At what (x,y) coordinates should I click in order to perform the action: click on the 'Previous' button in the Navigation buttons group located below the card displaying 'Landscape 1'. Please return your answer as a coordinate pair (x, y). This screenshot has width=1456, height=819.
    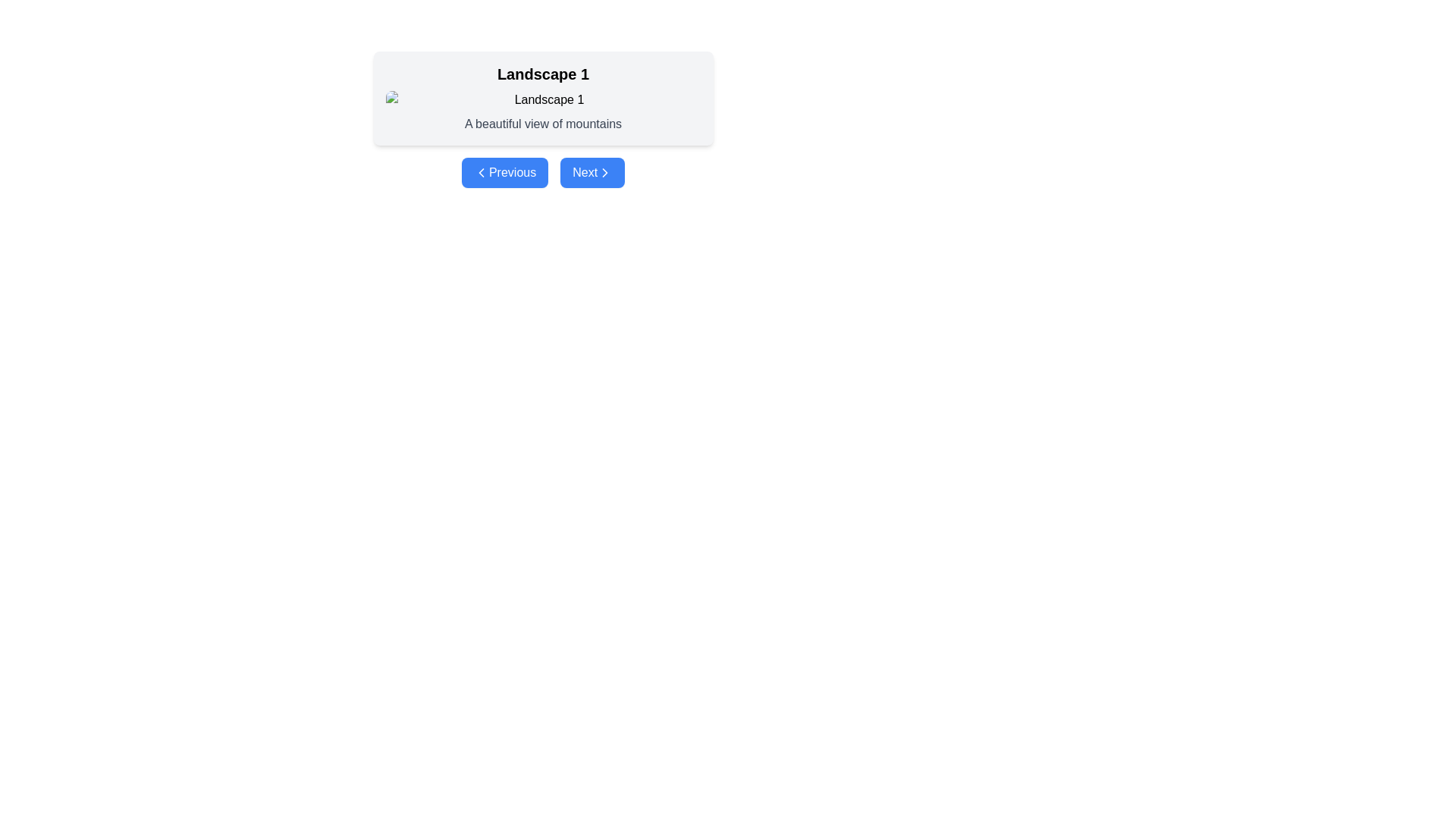
    Looking at the image, I should click on (543, 171).